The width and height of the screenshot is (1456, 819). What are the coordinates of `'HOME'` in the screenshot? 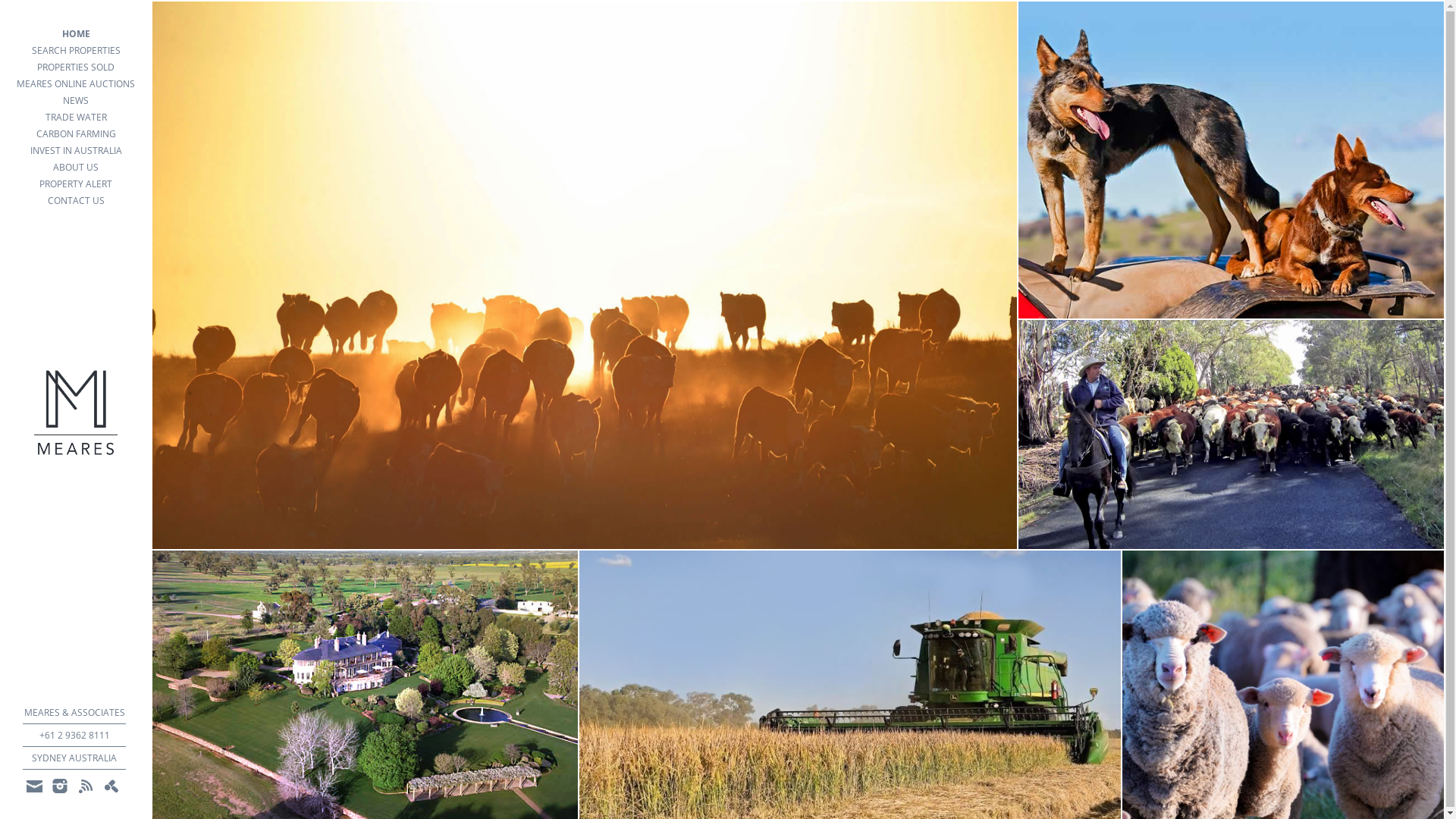 It's located at (75, 34).